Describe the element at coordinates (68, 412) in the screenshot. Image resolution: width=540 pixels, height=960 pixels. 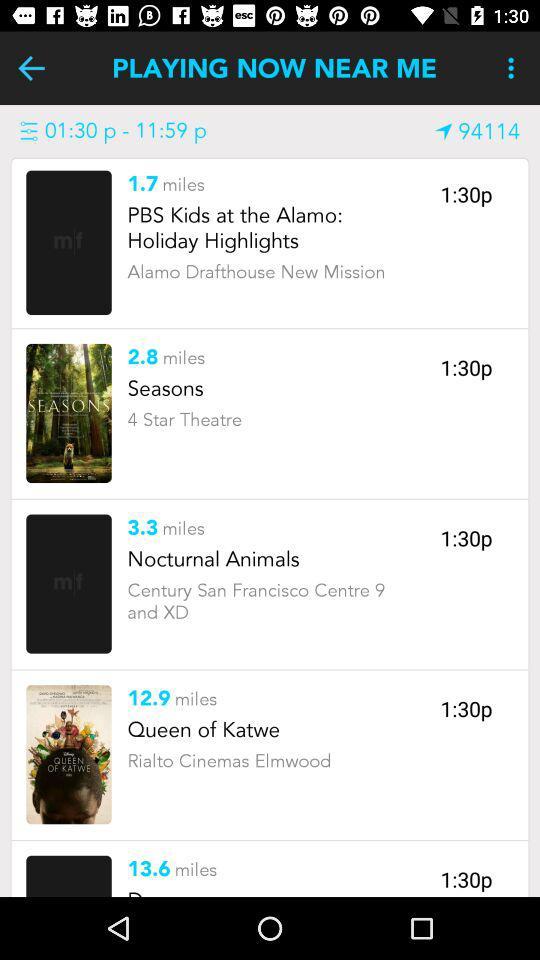
I see `movie selection` at that location.